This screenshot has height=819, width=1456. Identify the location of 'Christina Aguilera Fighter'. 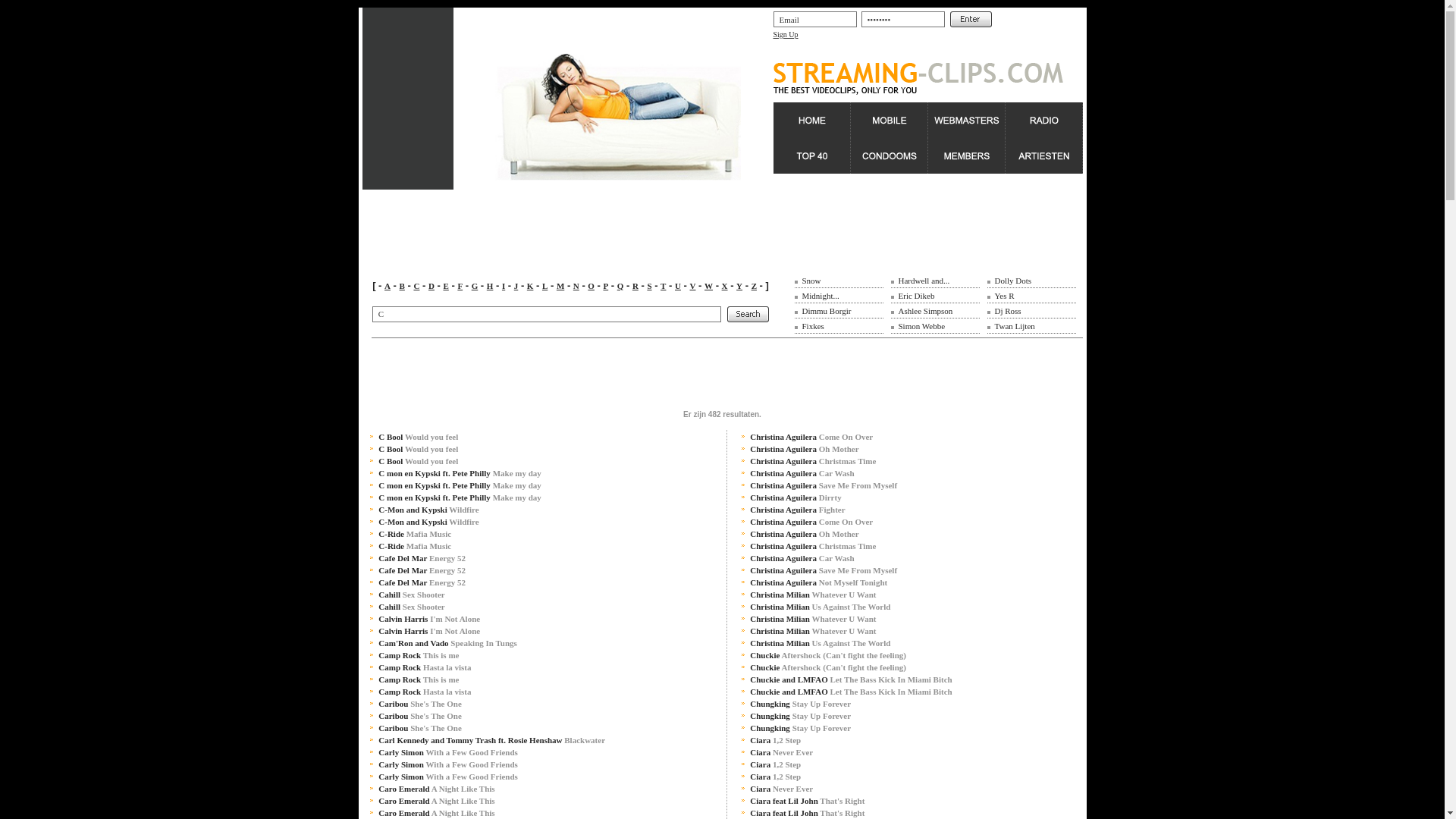
(796, 509).